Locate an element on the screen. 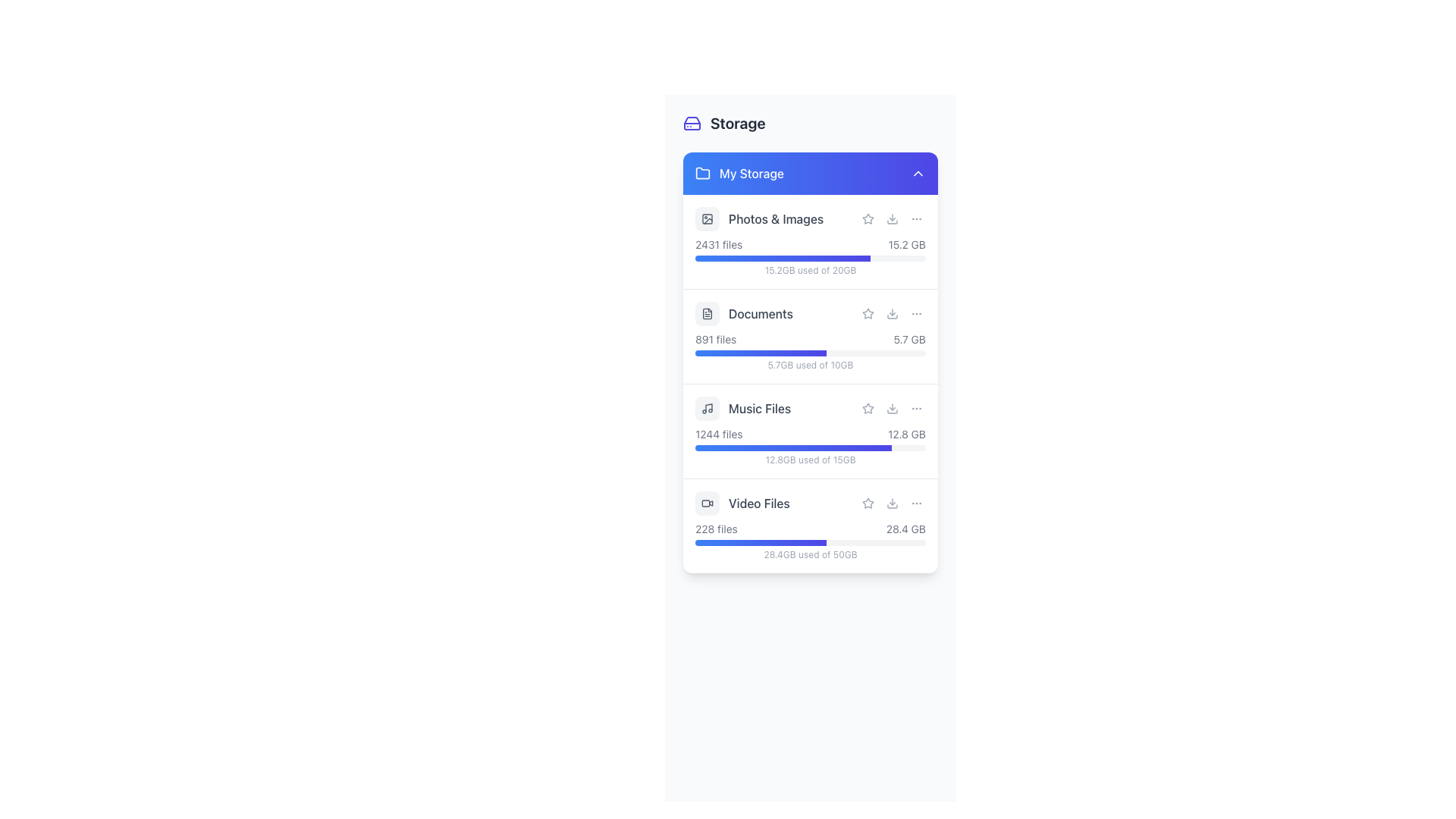 The height and width of the screenshot is (819, 1456). the folder icon with a blue outline located in the header section of the 'My Storage' area, which is the first item to the left of the 'My Storage' text label is located at coordinates (701, 172).